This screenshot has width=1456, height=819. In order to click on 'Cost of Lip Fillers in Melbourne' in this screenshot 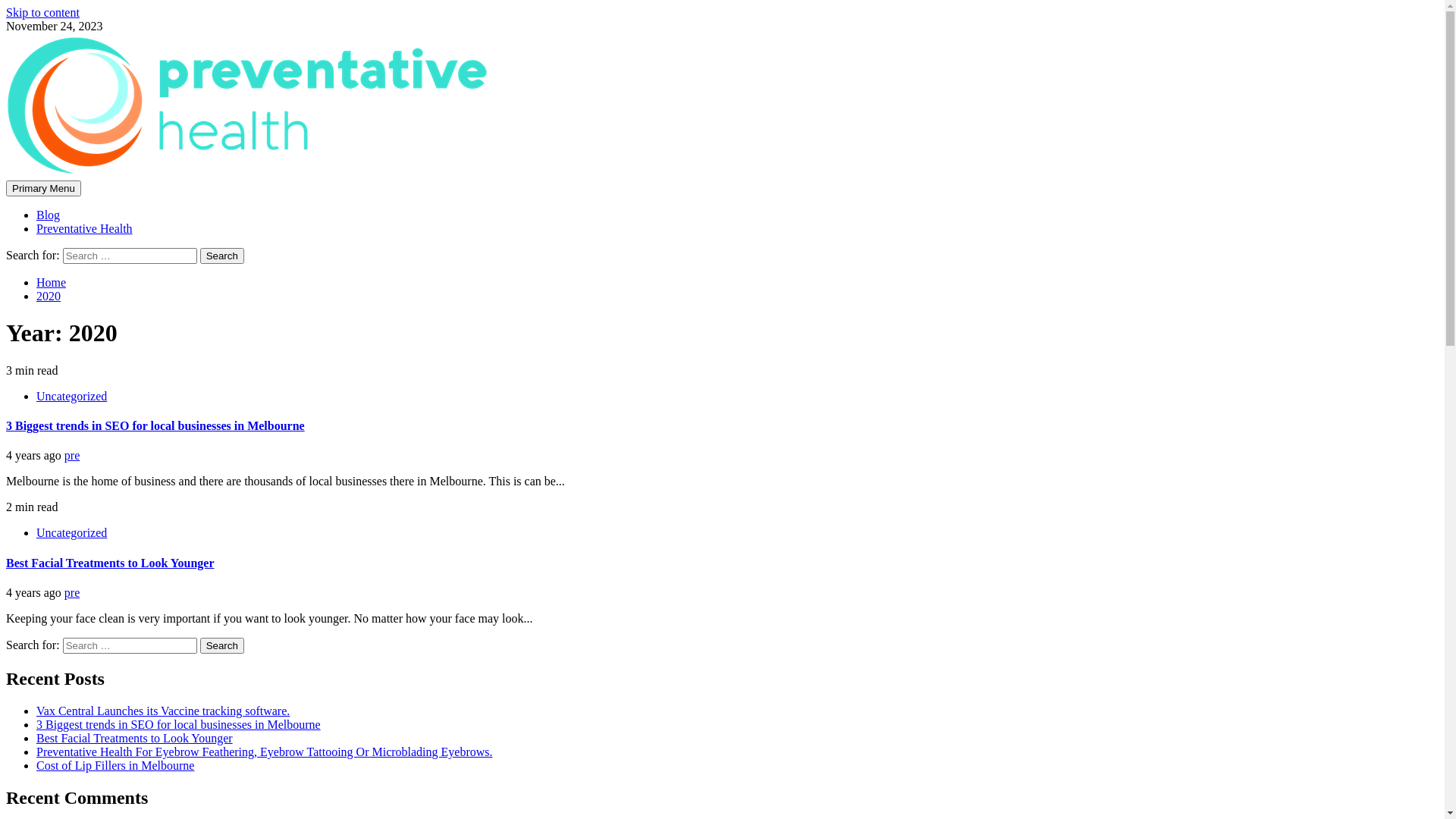, I will do `click(36, 765)`.